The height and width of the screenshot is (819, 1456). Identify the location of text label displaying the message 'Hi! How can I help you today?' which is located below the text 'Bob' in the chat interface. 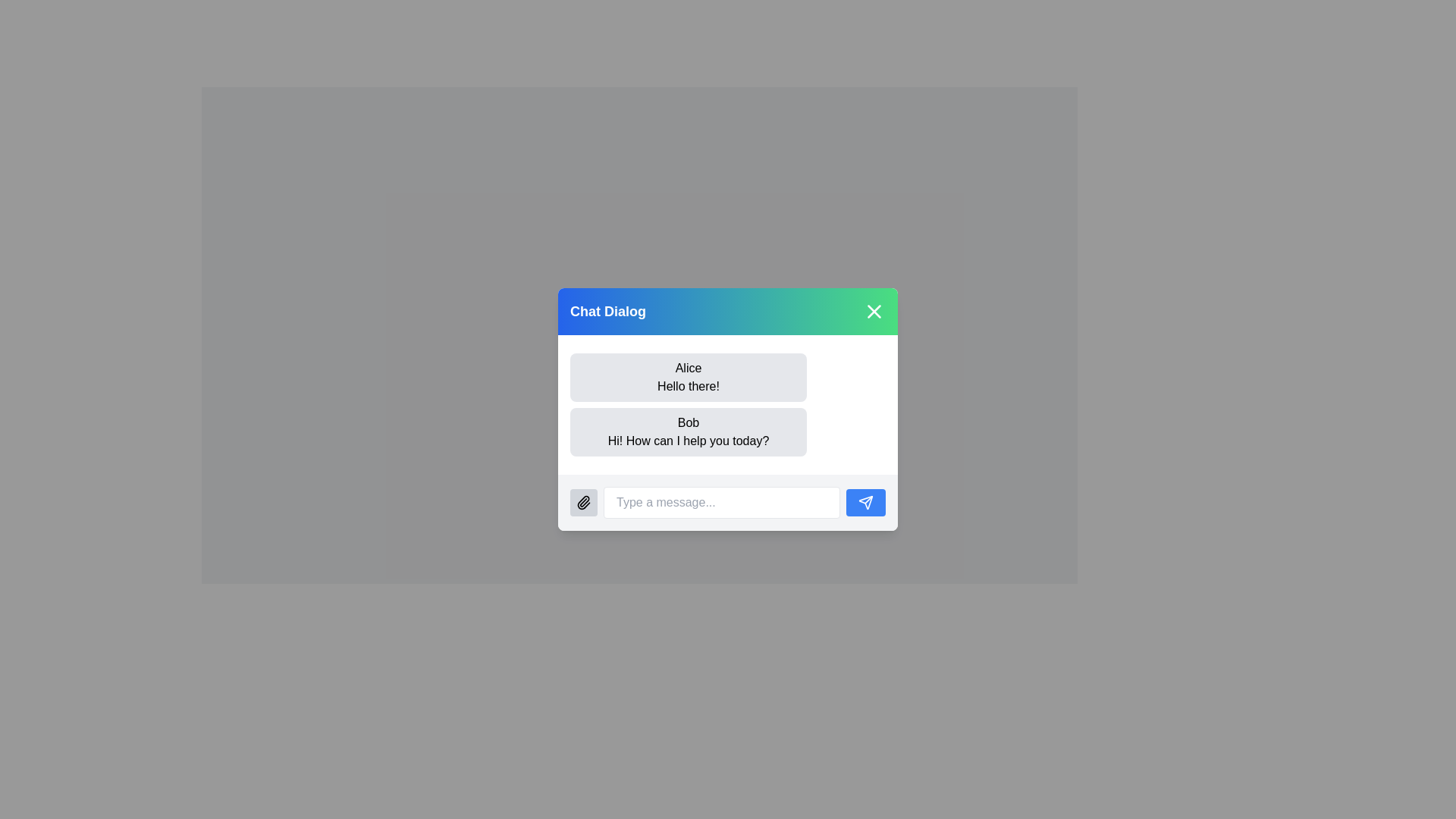
(687, 441).